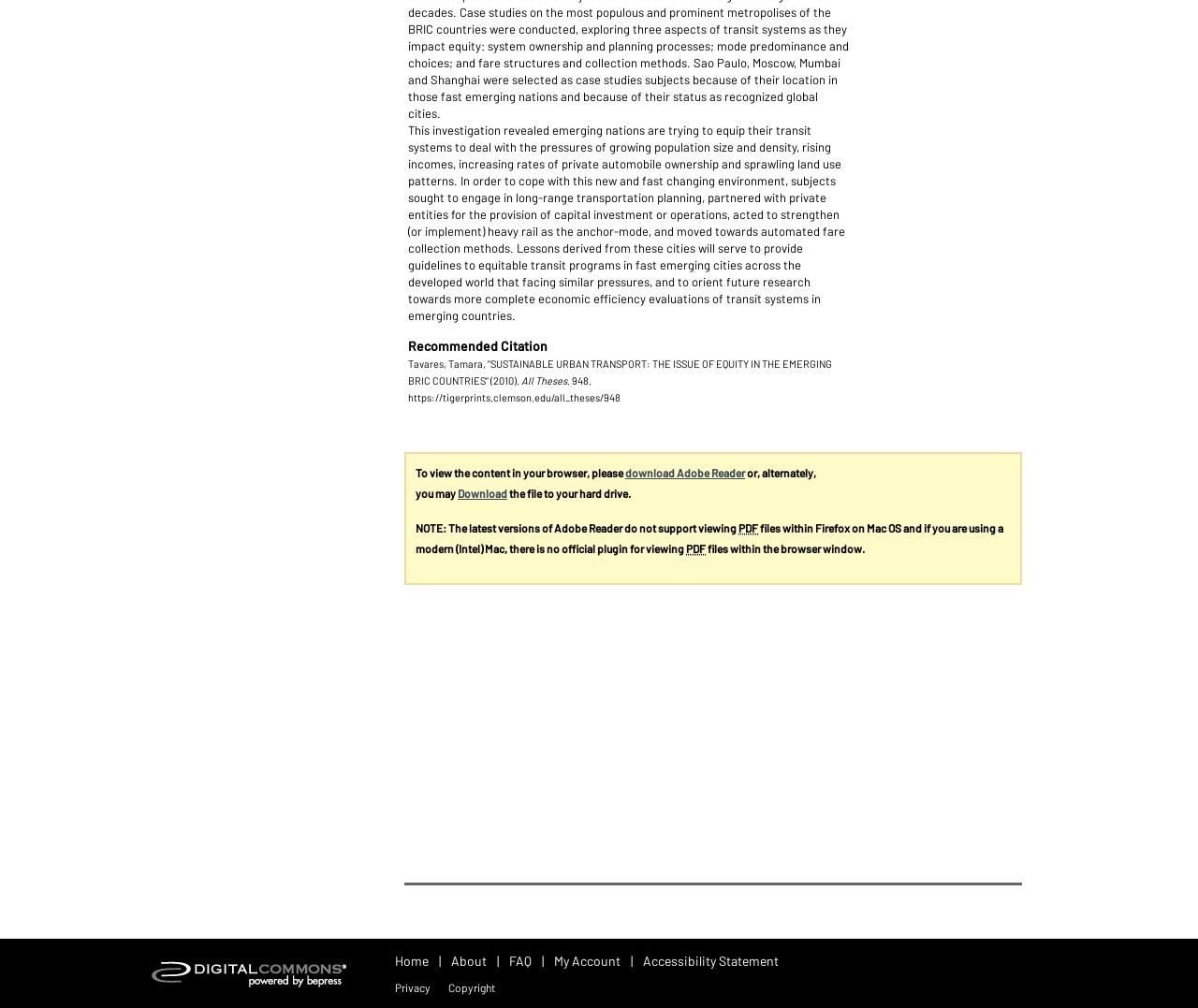 The image size is (1198, 1008). Describe the element at coordinates (468, 958) in the screenshot. I see `'About'` at that location.